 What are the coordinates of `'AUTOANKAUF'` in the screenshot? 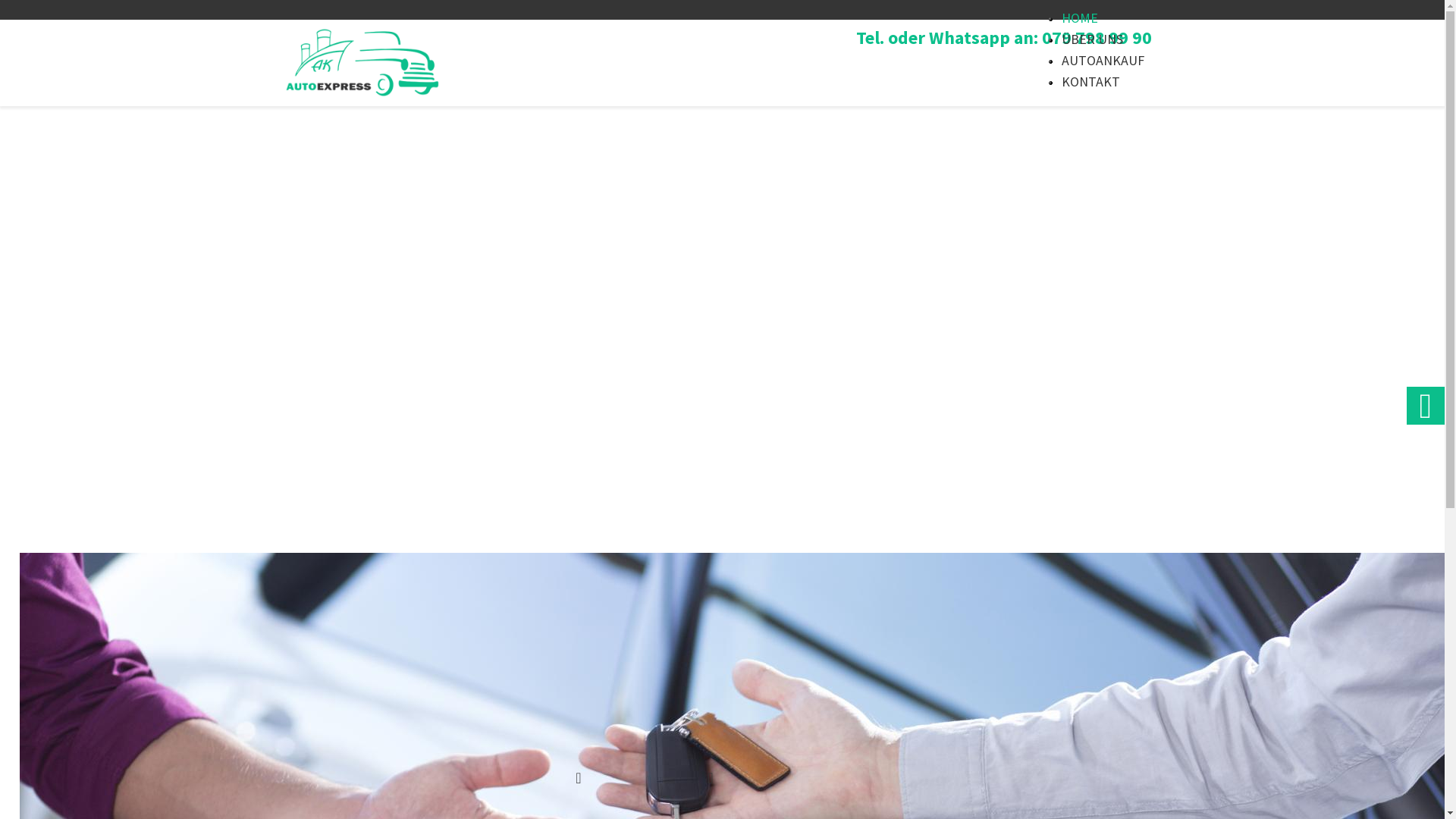 It's located at (1103, 59).